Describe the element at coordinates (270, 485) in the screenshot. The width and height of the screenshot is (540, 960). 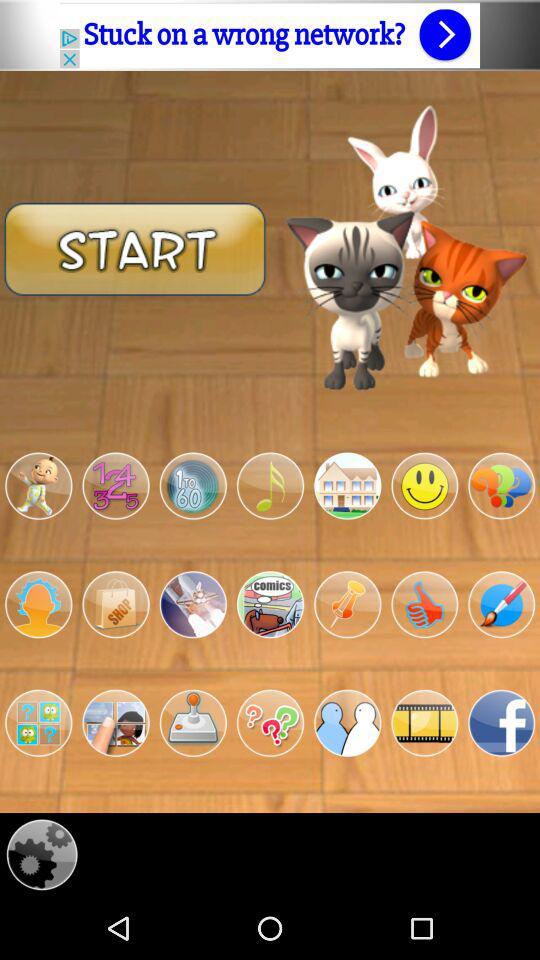
I see `the 4th circular image on the web page` at that location.